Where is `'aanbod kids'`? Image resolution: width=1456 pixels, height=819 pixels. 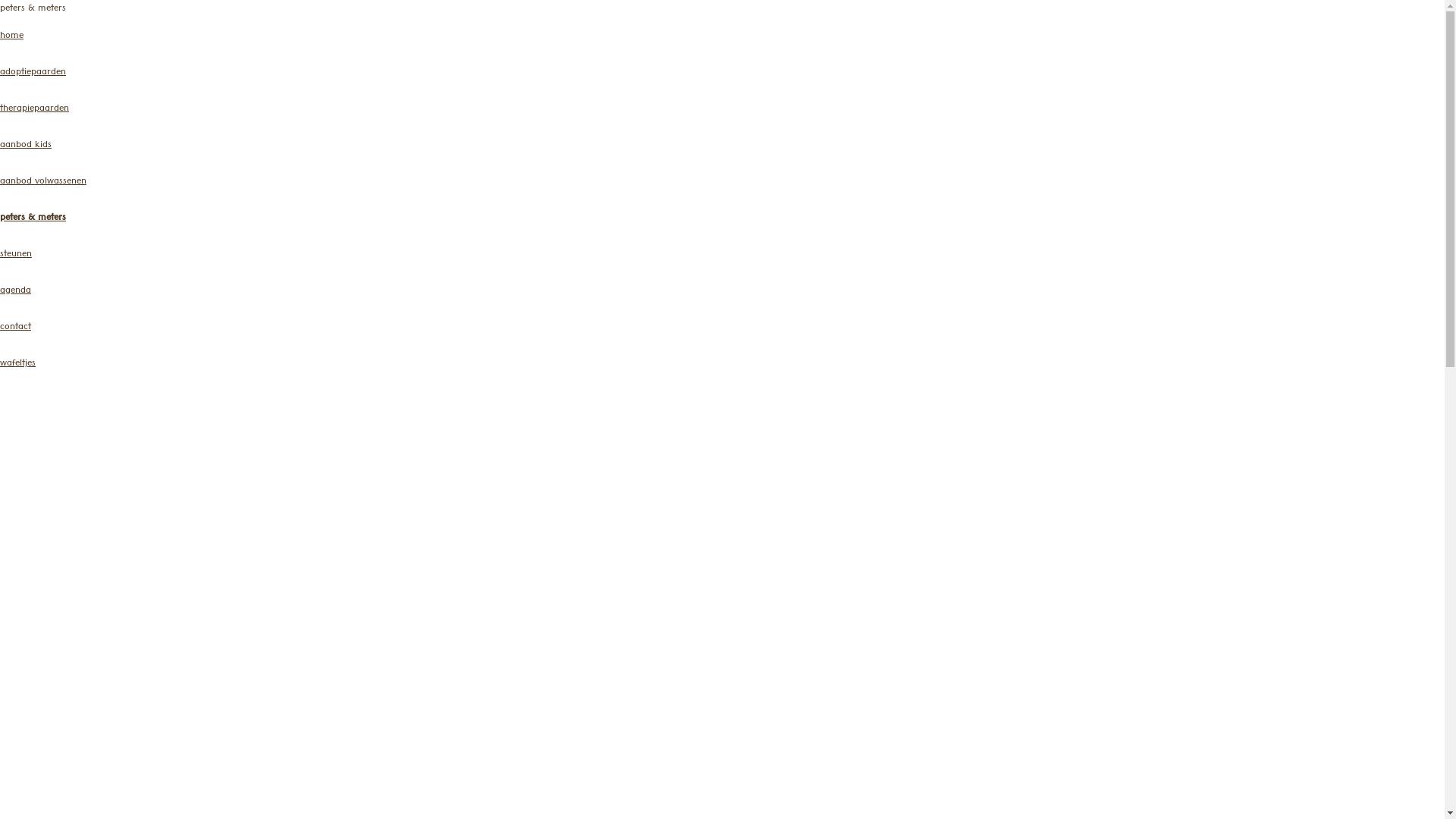 'aanbod kids' is located at coordinates (25, 146).